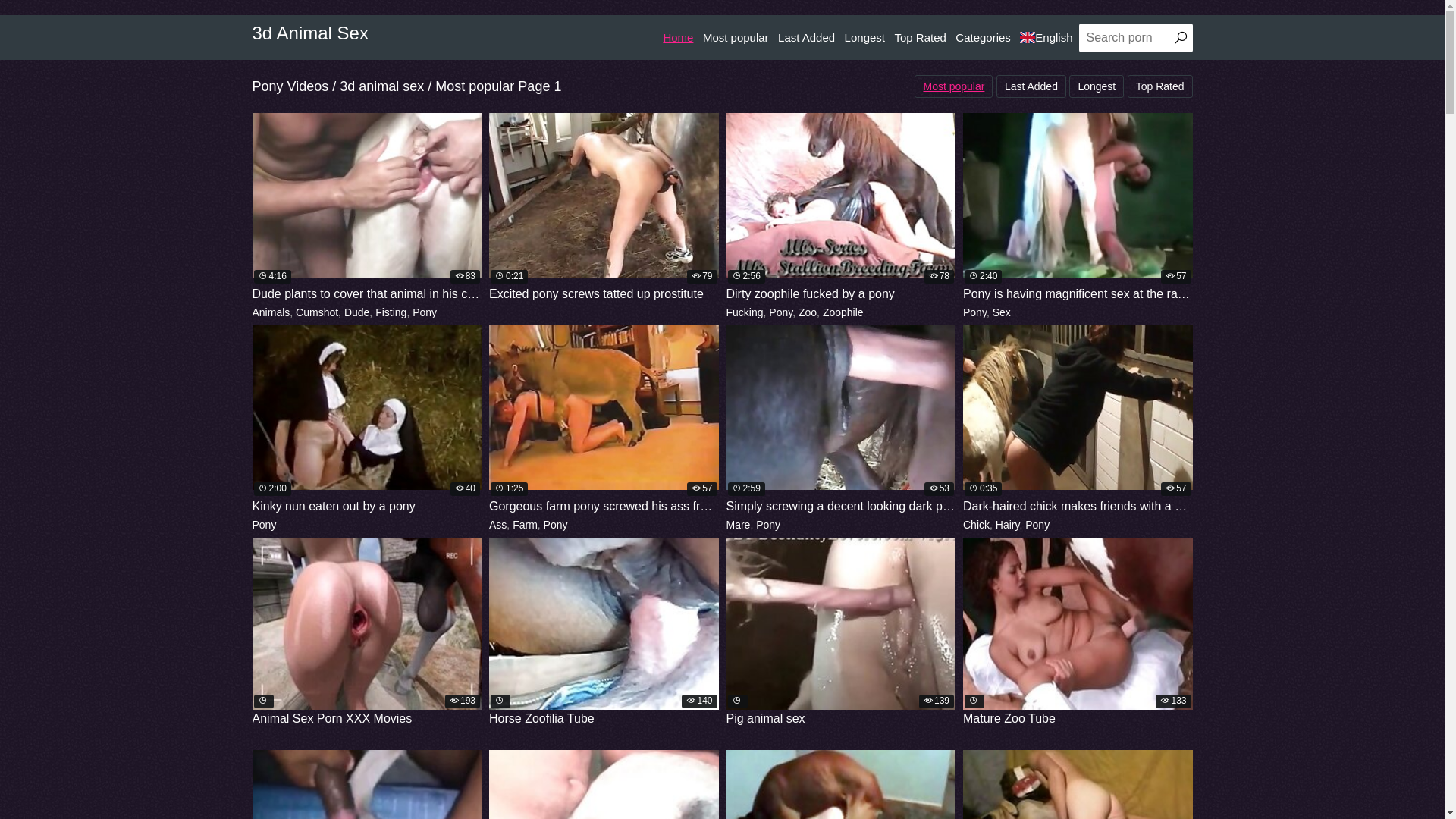 This screenshot has width=1456, height=819. I want to click on 'Sex', so click(1001, 312).